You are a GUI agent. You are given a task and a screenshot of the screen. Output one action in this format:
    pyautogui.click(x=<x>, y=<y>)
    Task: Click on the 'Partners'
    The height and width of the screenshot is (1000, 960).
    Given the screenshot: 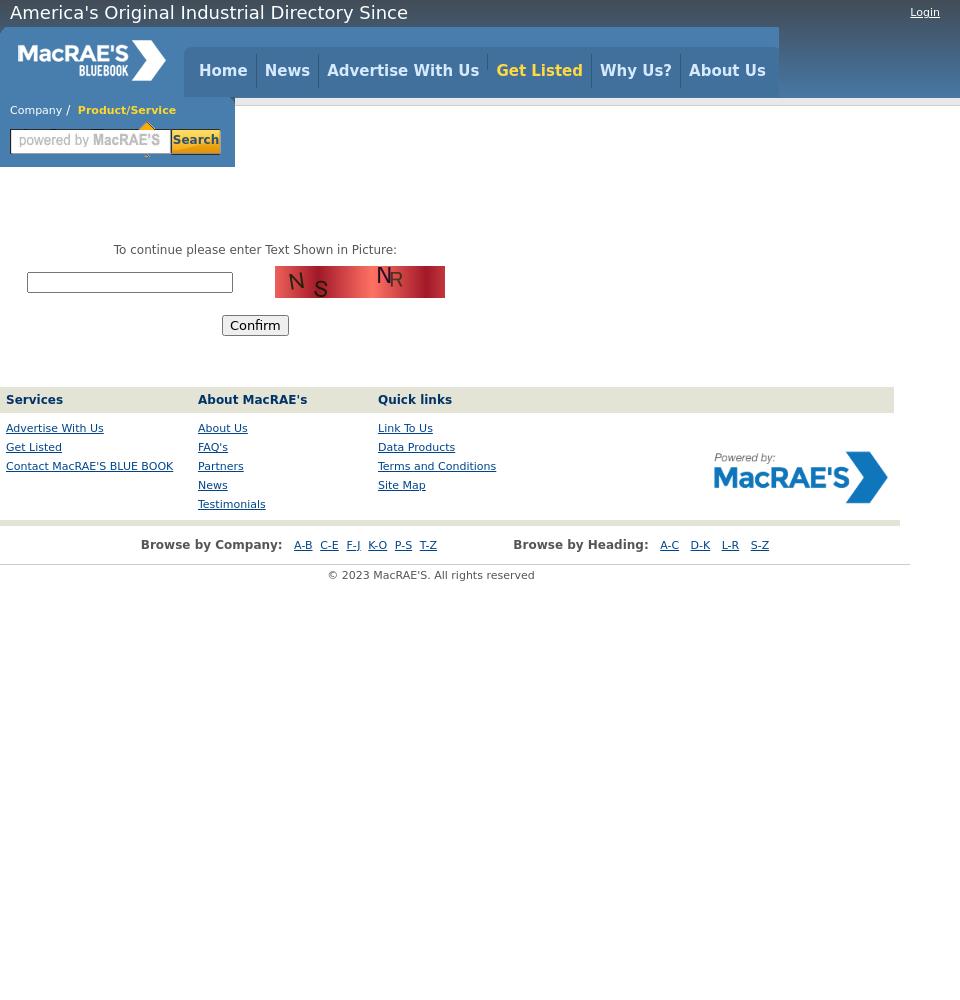 What is the action you would take?
    pyautogui.click(x=220, y=465)
    